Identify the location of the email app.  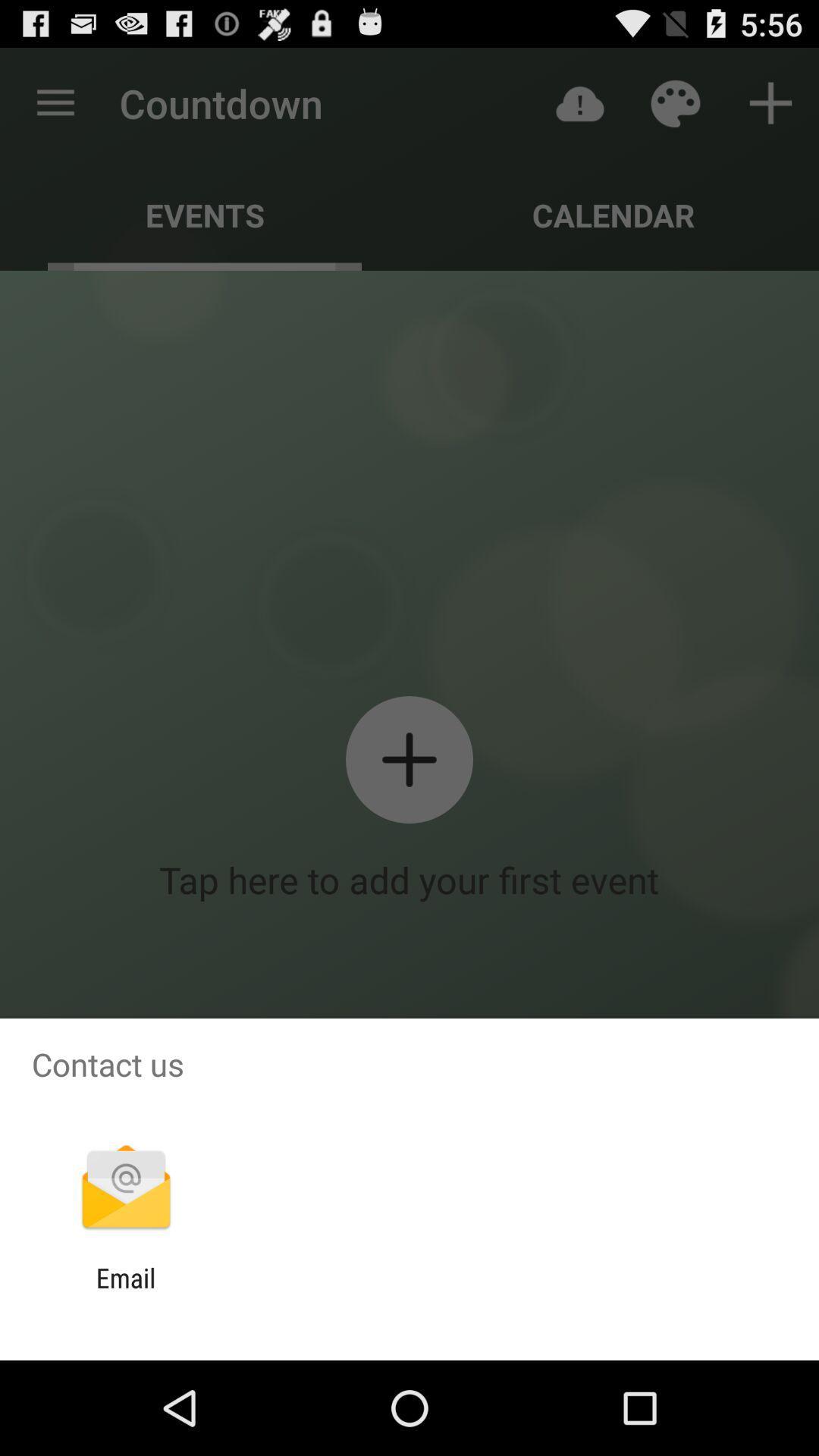
(125, 1293).